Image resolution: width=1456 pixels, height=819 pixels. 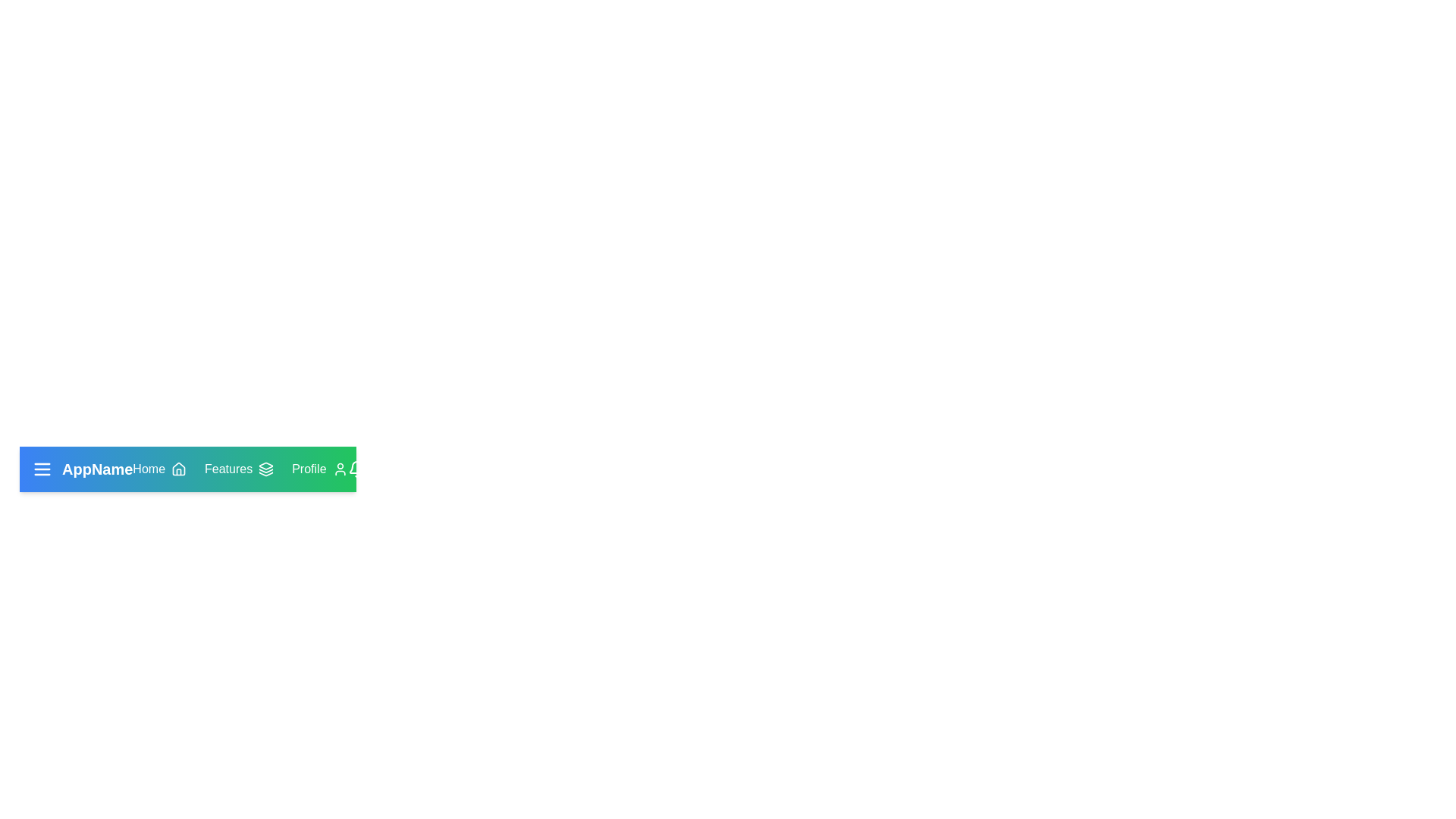 What do you see at coordinates (356, 468) in the screenshot?
I see `the interactive element NotificationIcon to view its hover effect` at bounding box center [356, 468].